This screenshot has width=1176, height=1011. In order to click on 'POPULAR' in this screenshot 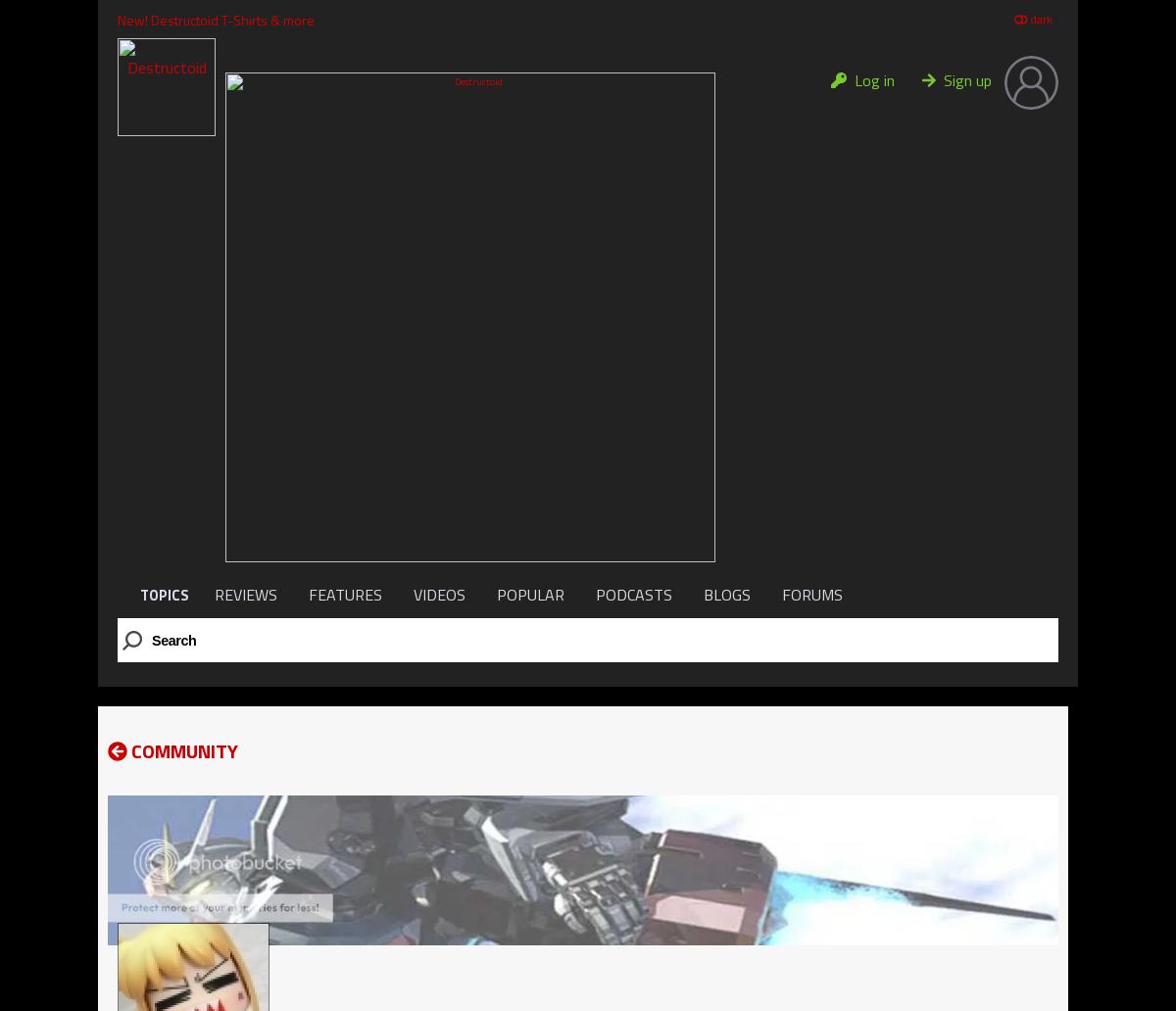, I will do `click(529, 595)`.